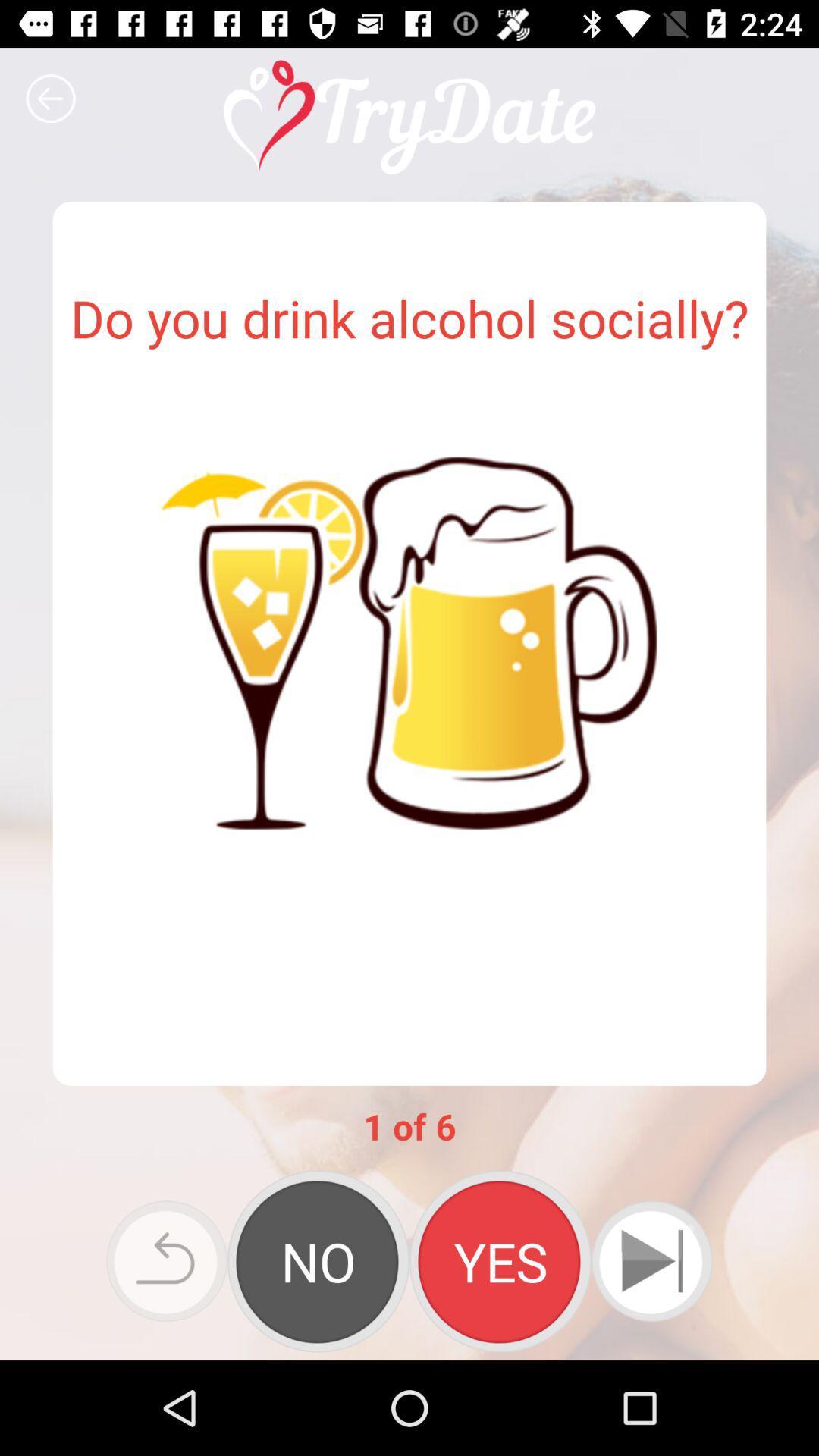 The height and width of the screenshot is (1456, 819). Describe the element at coordinates (500, 1261) in the screenshot. I see `tab to select select to yes` at that location.